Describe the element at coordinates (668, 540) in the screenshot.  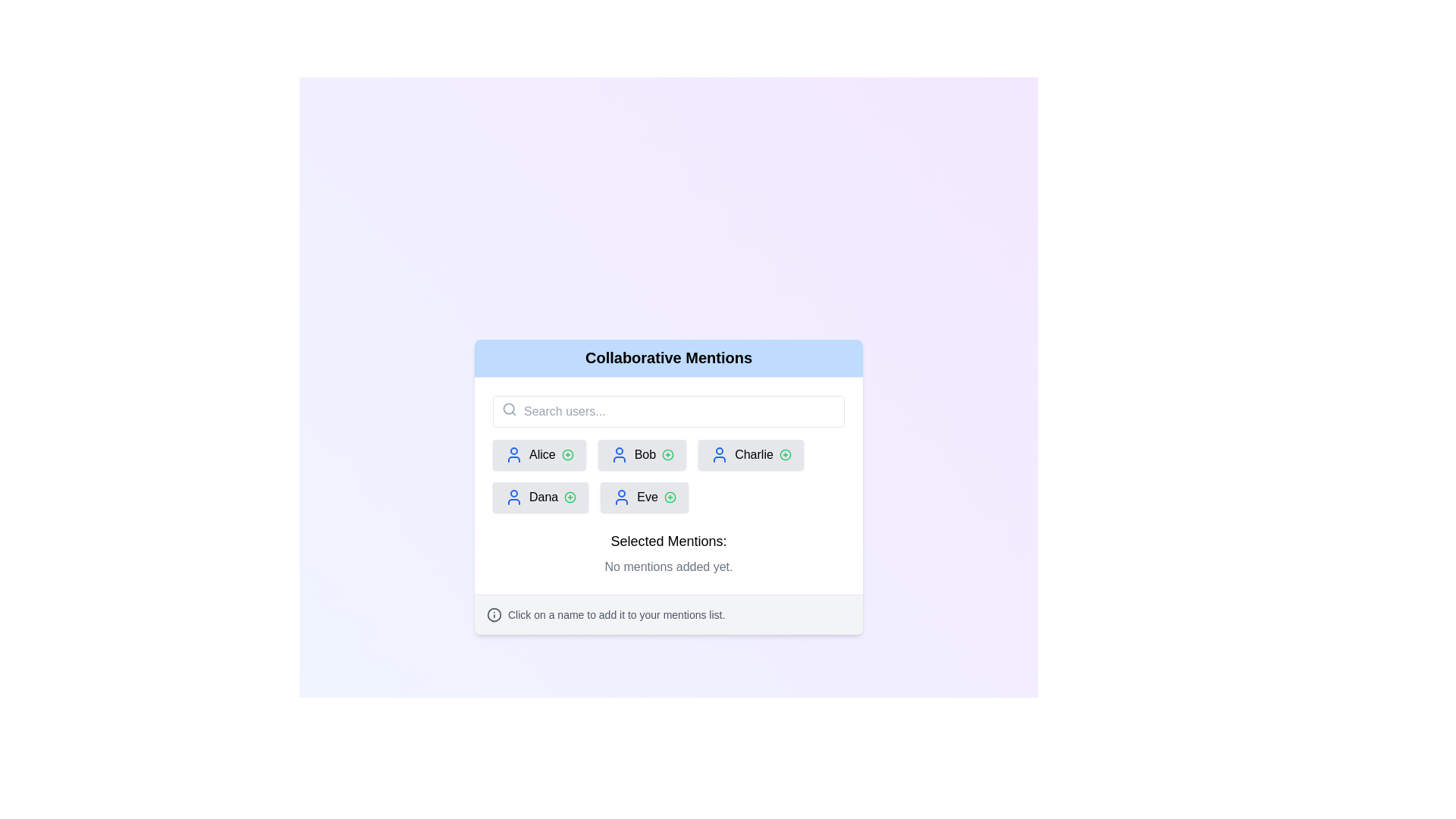
I see `the bold text label 'Selected Mentions:' which is prominently displayed in black against a light background, located within the 'Collaborative Mentions' interface, above the text 'No mentions added yet.'` at that location.